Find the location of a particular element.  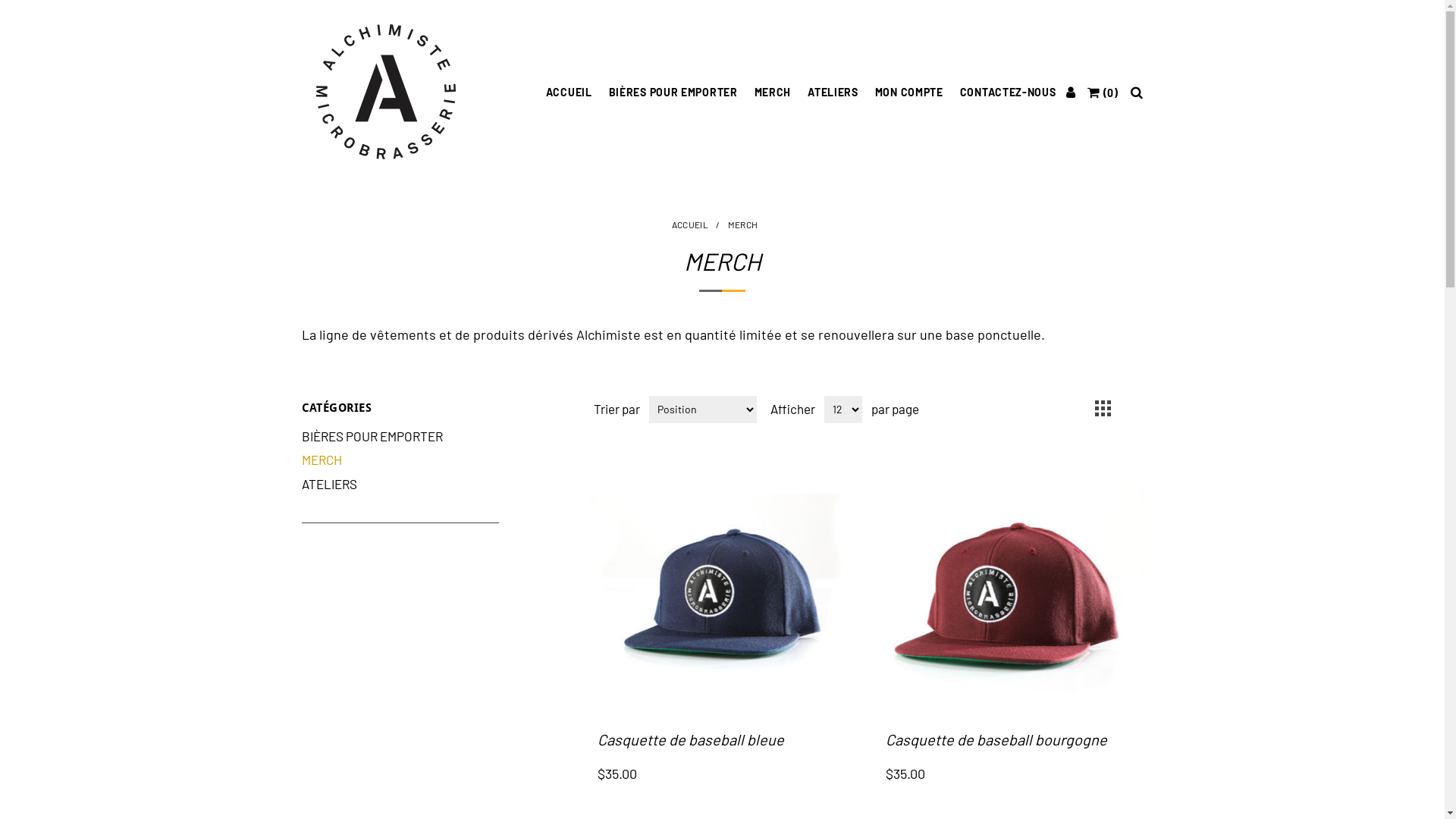

'Liste' is located at coordinates (1129, 406).